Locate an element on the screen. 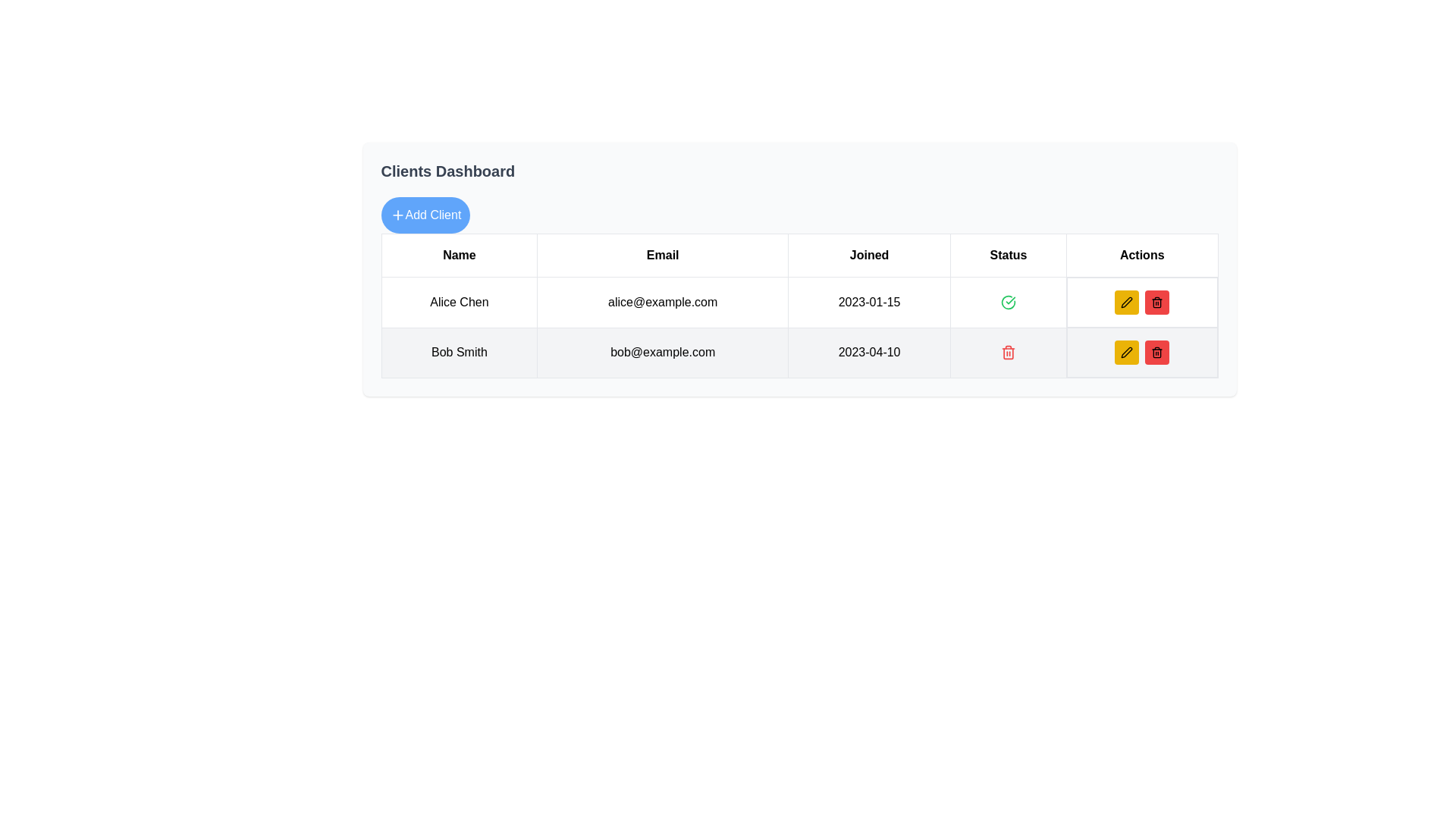 This screenshot has height=819, width=1456. the static text element displaying the email address 'bob@example.com', which is located in the second cell of the second row under the 'Email' column is located at coordinates (663, 353).